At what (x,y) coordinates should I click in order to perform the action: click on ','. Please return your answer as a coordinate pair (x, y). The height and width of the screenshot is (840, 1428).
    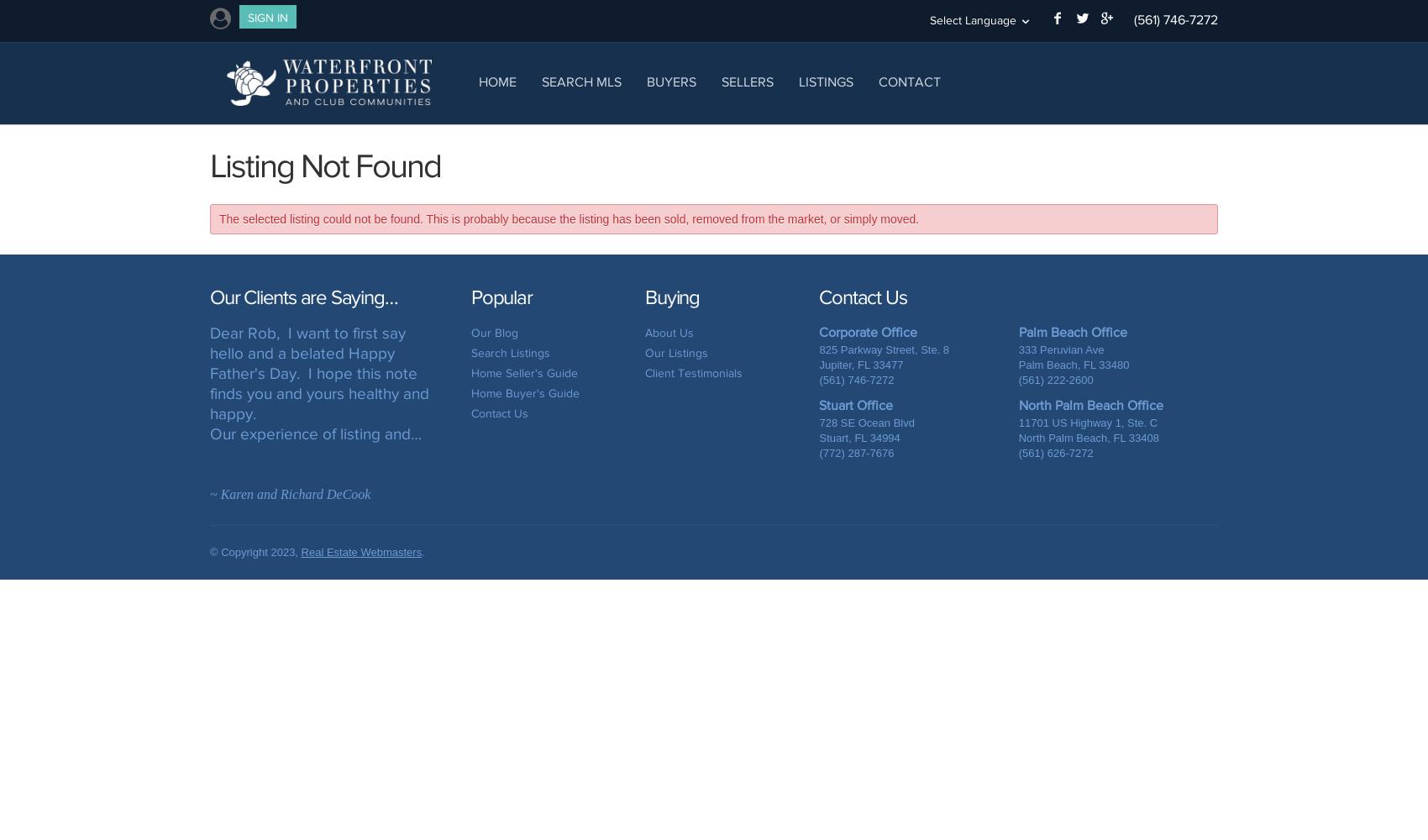
    Looking at the image, I should click on (853, 364).